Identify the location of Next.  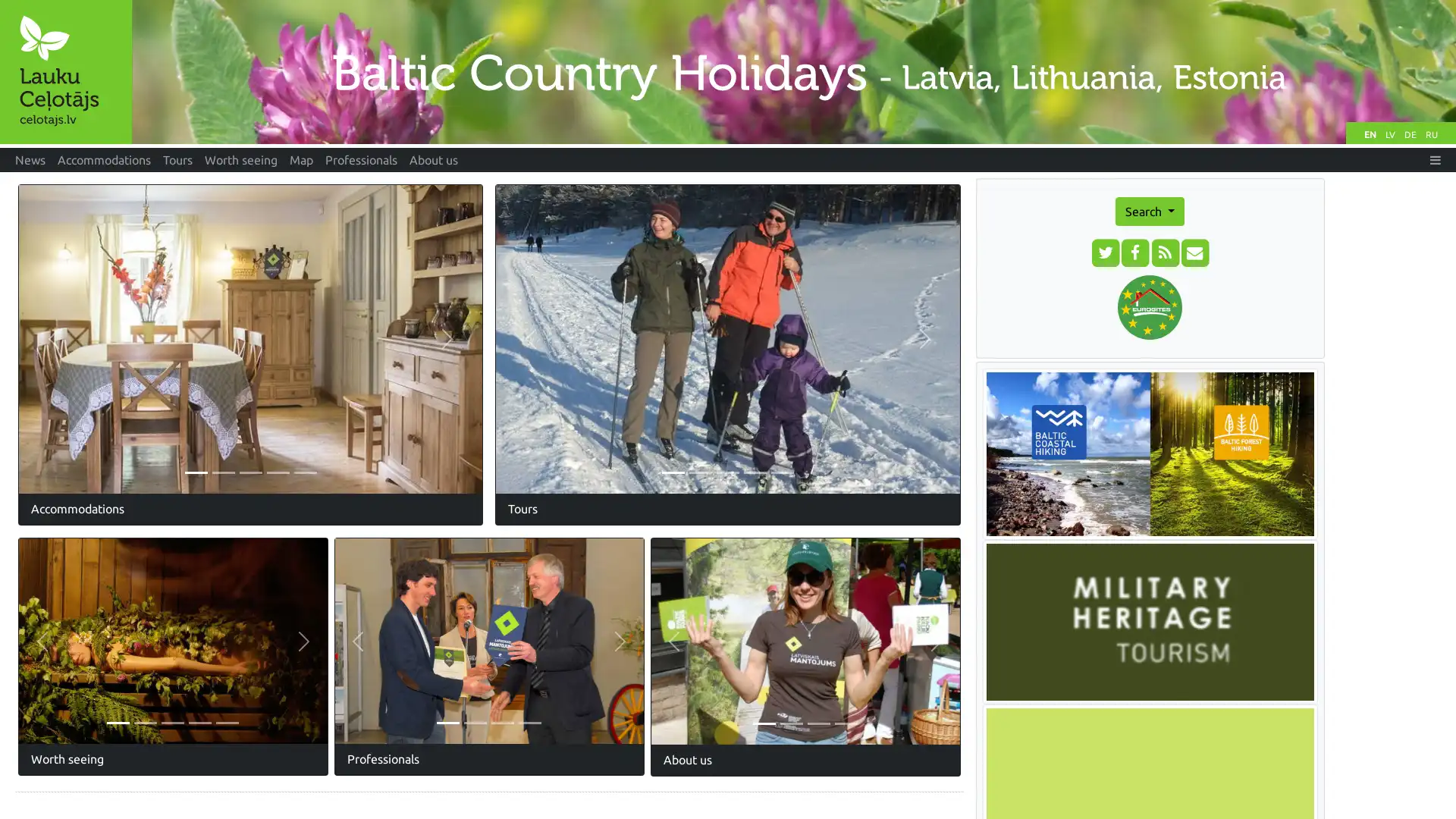
(935, 641).